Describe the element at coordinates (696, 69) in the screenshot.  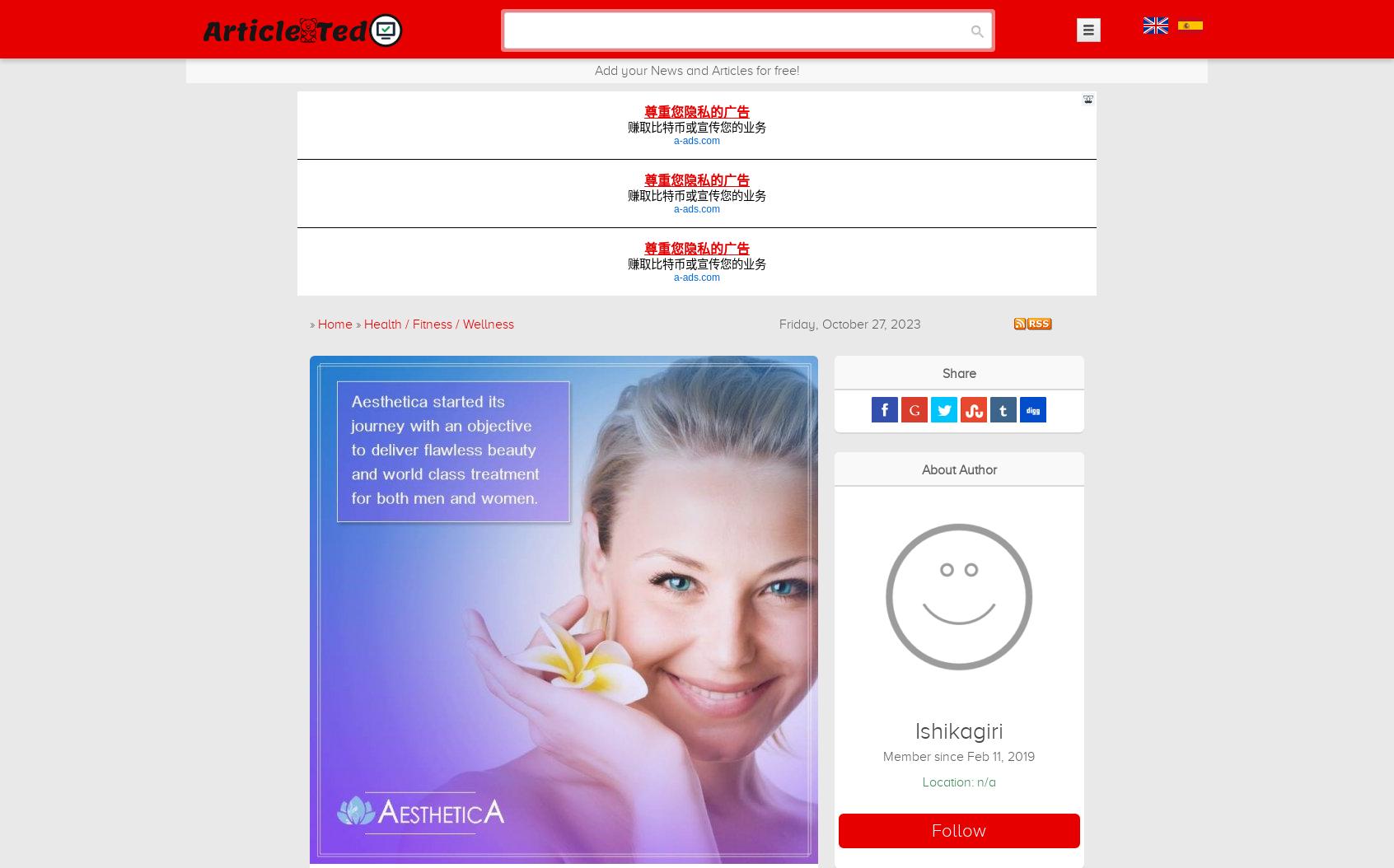
I see `'Add your News and Articles for free!'` at that location.